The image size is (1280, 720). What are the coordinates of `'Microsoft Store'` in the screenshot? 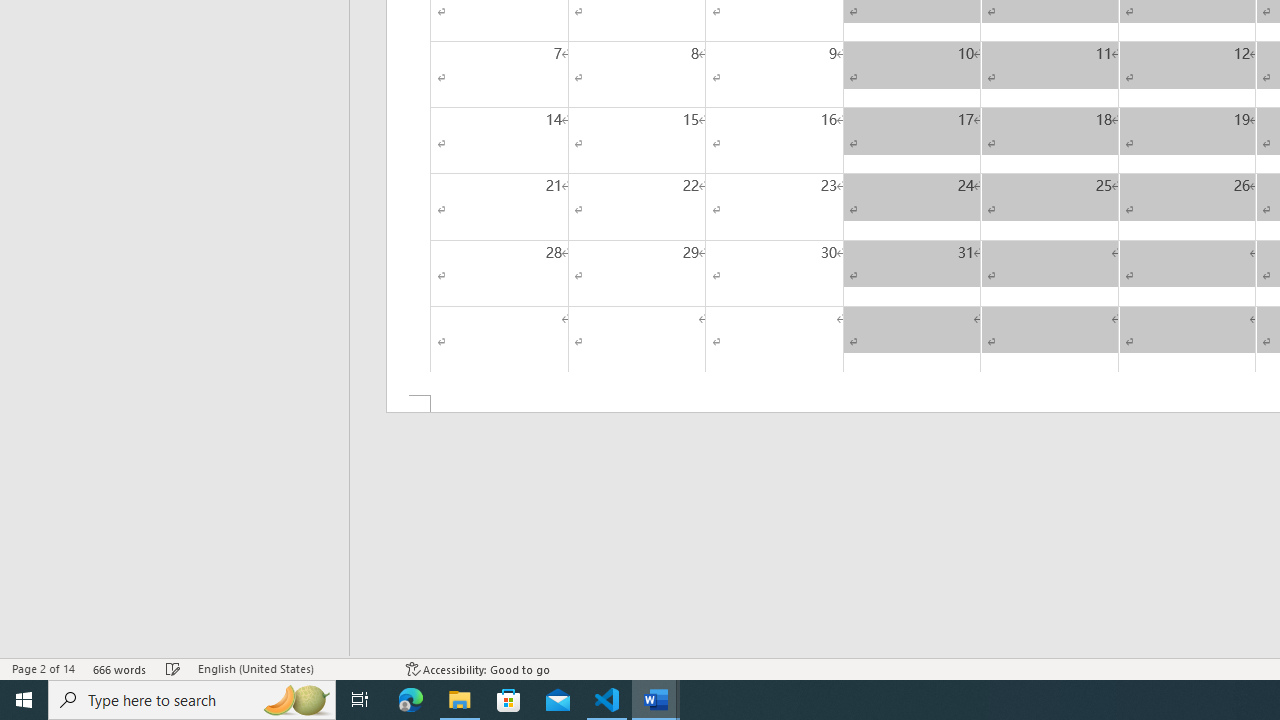 It's located at (509, 698).